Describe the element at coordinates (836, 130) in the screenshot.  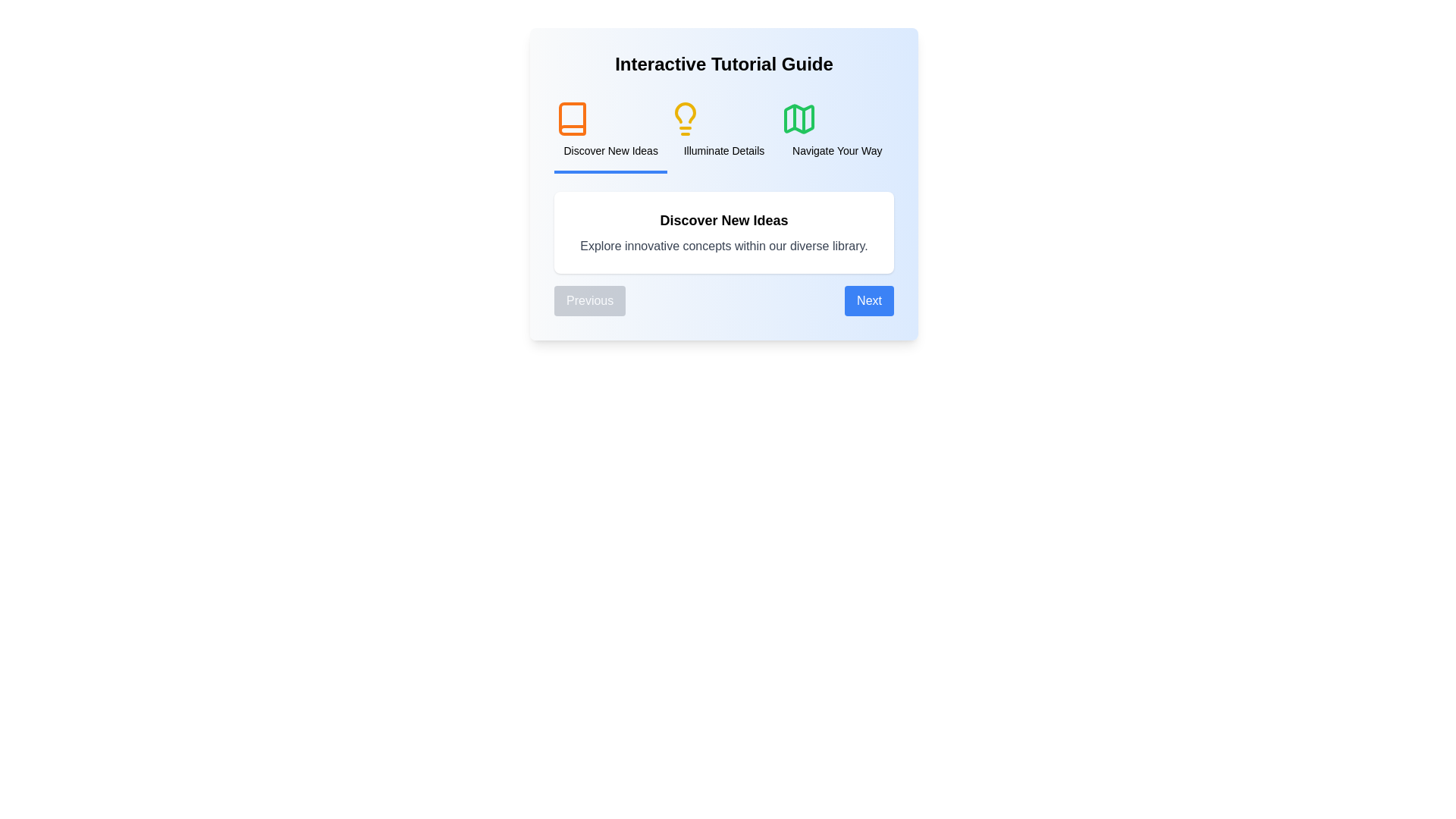
I see `the title of the step labeled 'Navigate Your Way' to navigate to it` at that location.